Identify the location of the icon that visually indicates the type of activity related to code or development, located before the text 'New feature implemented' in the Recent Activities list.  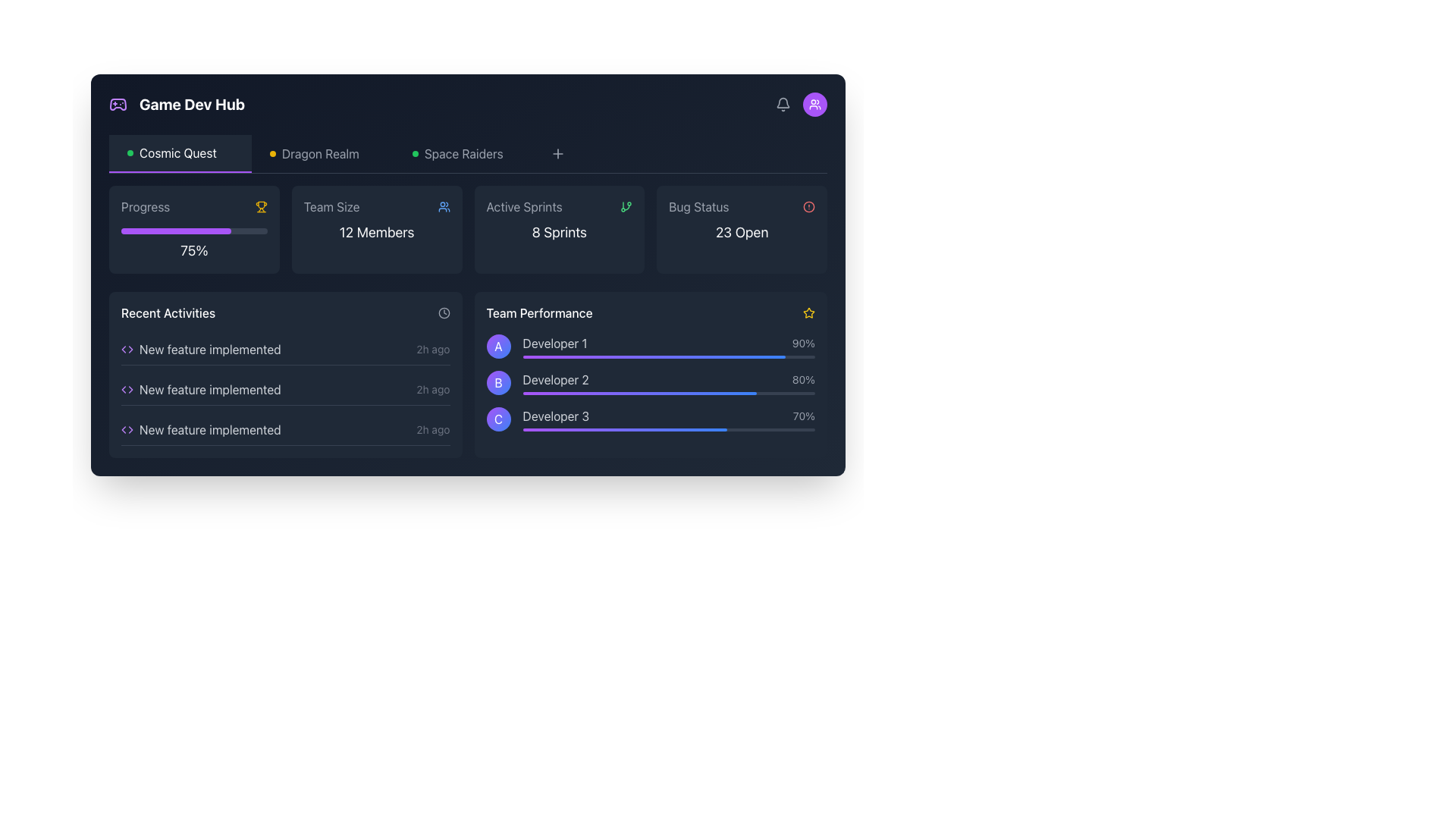
(127, 430).